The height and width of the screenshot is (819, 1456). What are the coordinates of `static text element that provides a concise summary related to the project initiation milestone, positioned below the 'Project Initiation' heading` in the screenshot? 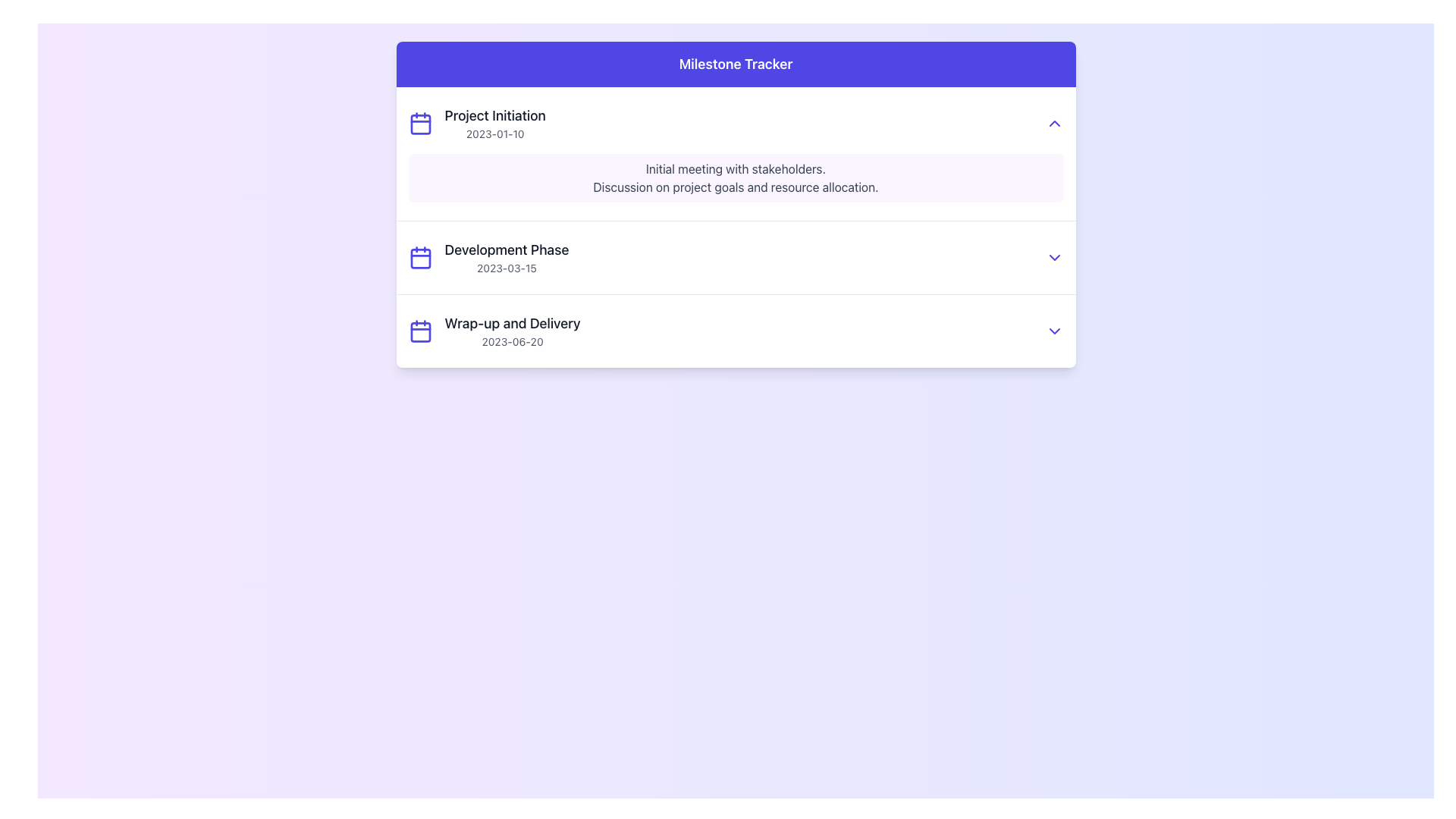 It's located at (736, 169).